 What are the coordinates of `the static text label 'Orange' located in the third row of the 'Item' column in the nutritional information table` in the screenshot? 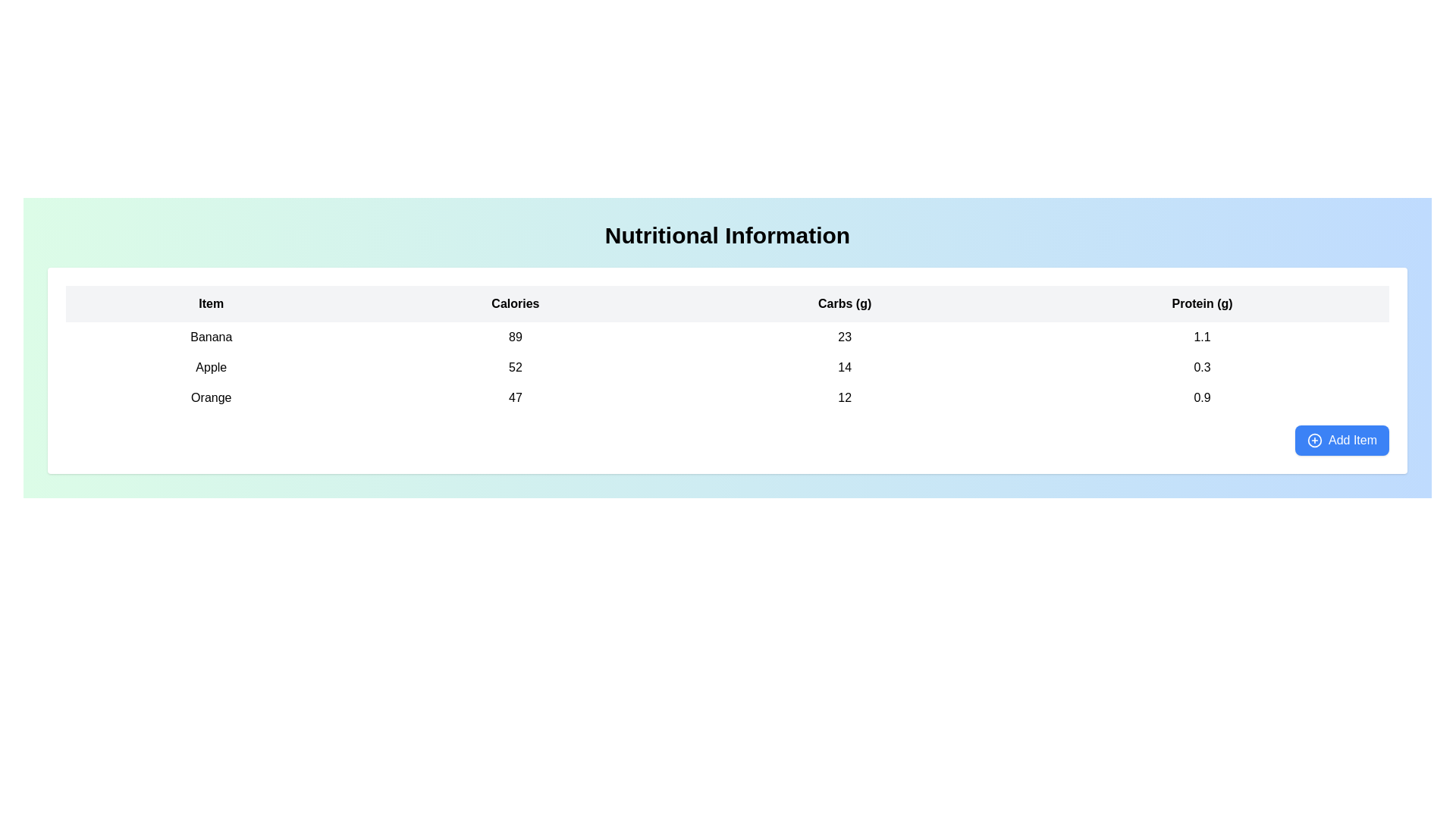 It's located at (210, 397).